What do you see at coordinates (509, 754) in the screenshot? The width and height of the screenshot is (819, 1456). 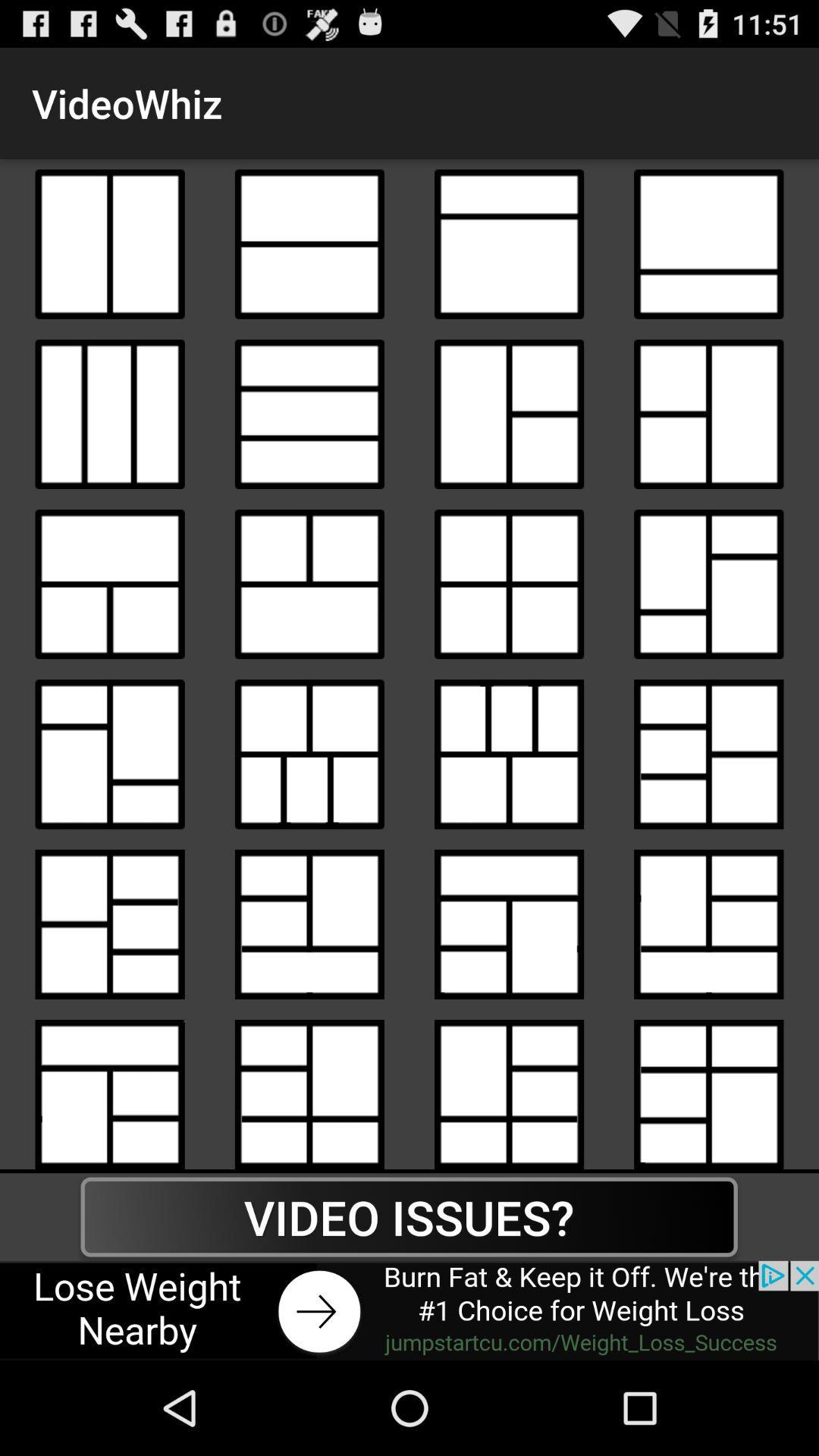 I see `puzzle box` at bounding box center [509, 754].